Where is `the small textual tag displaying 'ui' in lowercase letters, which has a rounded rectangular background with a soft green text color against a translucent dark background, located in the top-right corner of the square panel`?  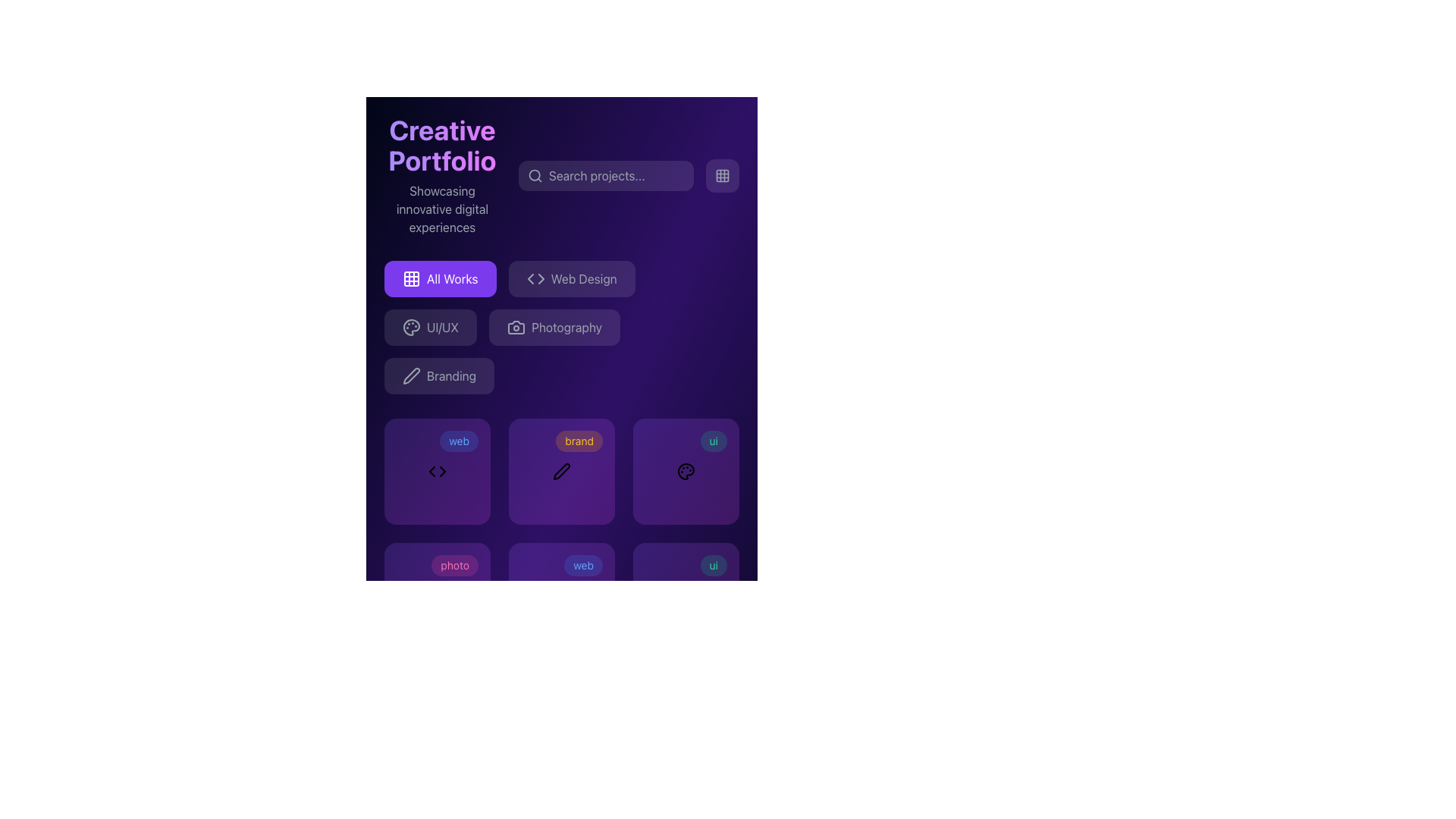 the small textual tag displaying 'ui' in lowercase letters, which has a rounded rectangular background with a soft green text color against a translucent dark background, located in the top-right corner of the square panel is located at coordinates (713, 441).